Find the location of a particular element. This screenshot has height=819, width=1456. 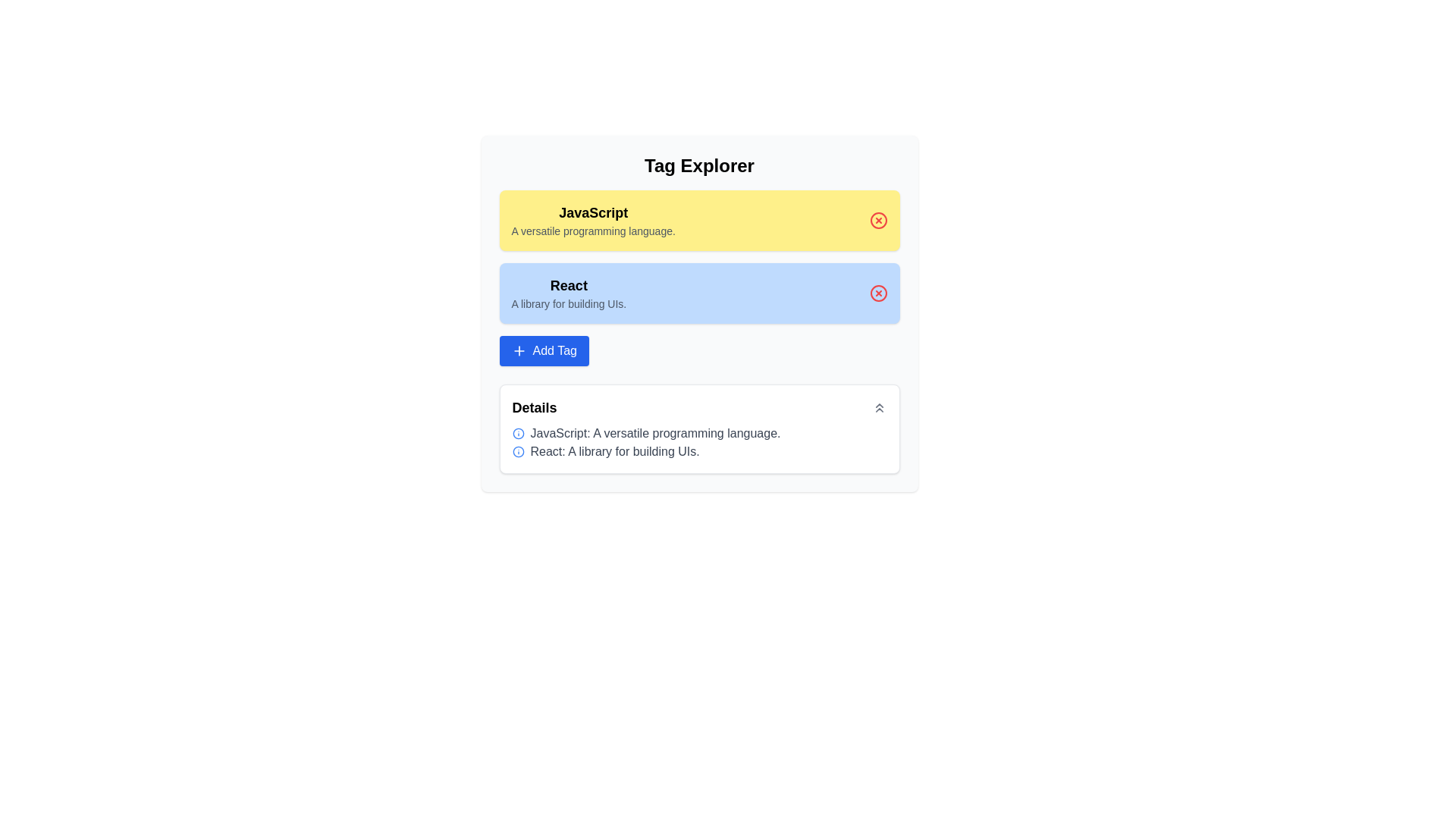

the interactive button for collapsing the 'Details' section located at the far-right side of the 'Details' section within the 'Tag Explorer' interface is located at coordinates (879, 406).